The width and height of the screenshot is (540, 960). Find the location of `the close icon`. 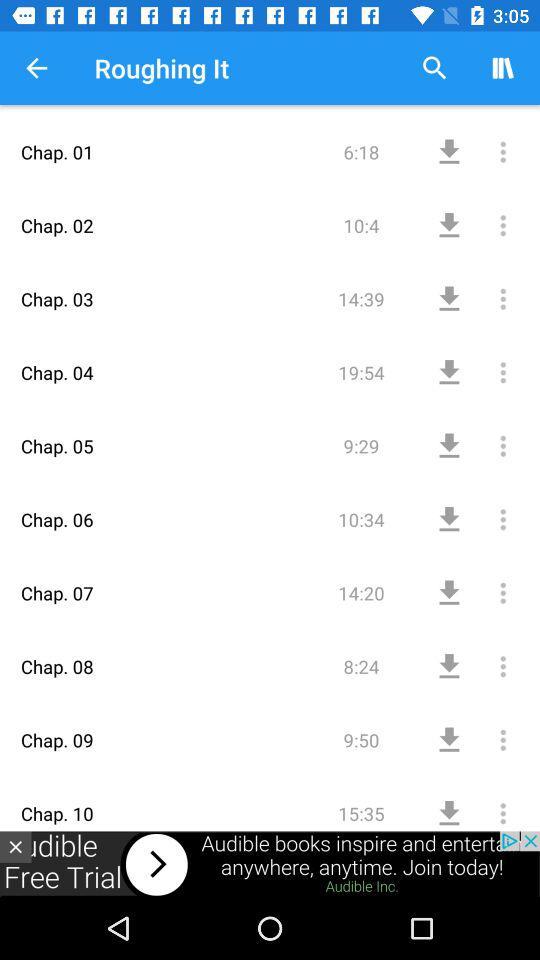

the close icon is located at coordinates (14, 846).